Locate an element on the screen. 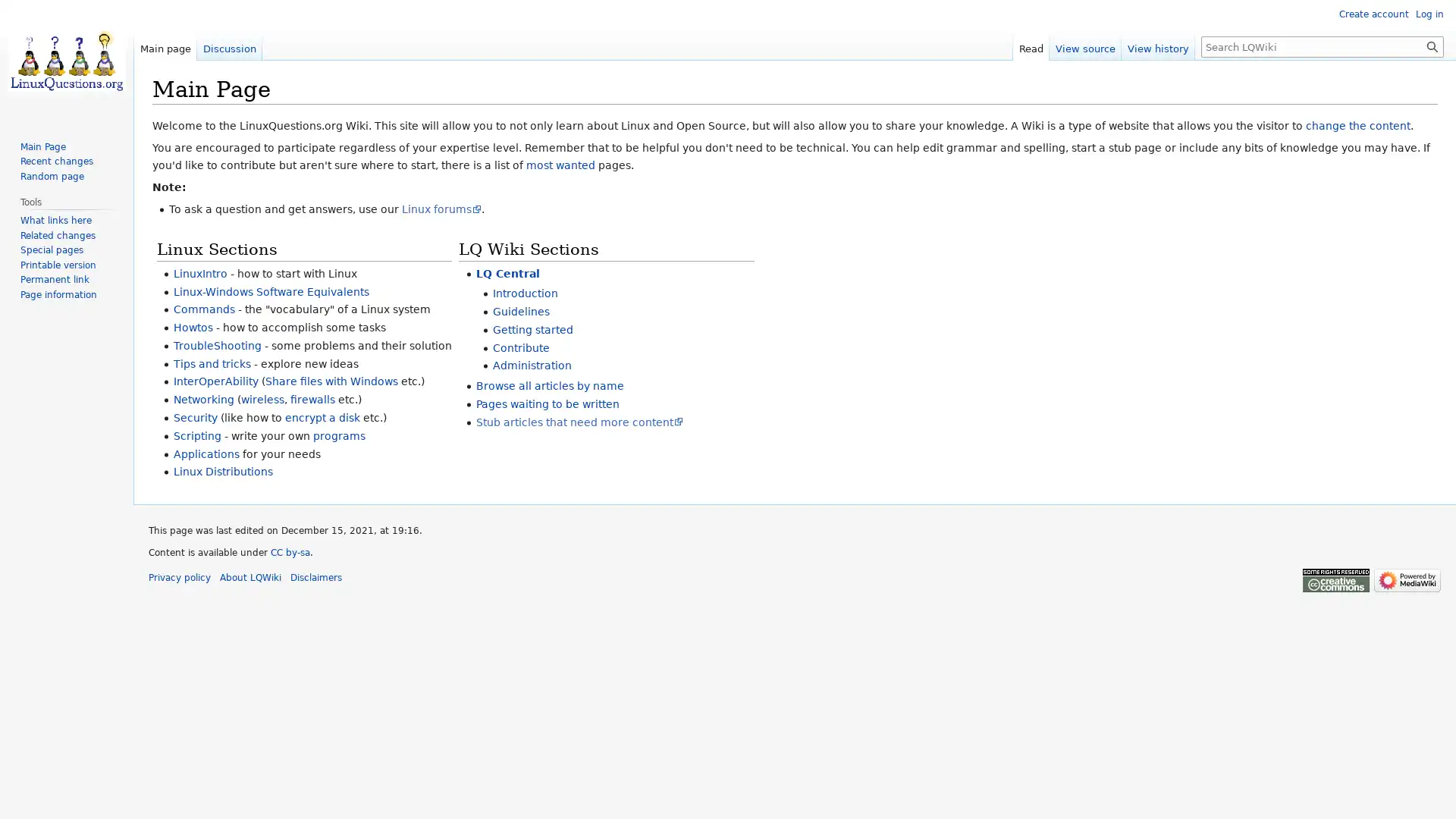 The image size is (1456, 819). Go is located at coordinates (1432, 45).